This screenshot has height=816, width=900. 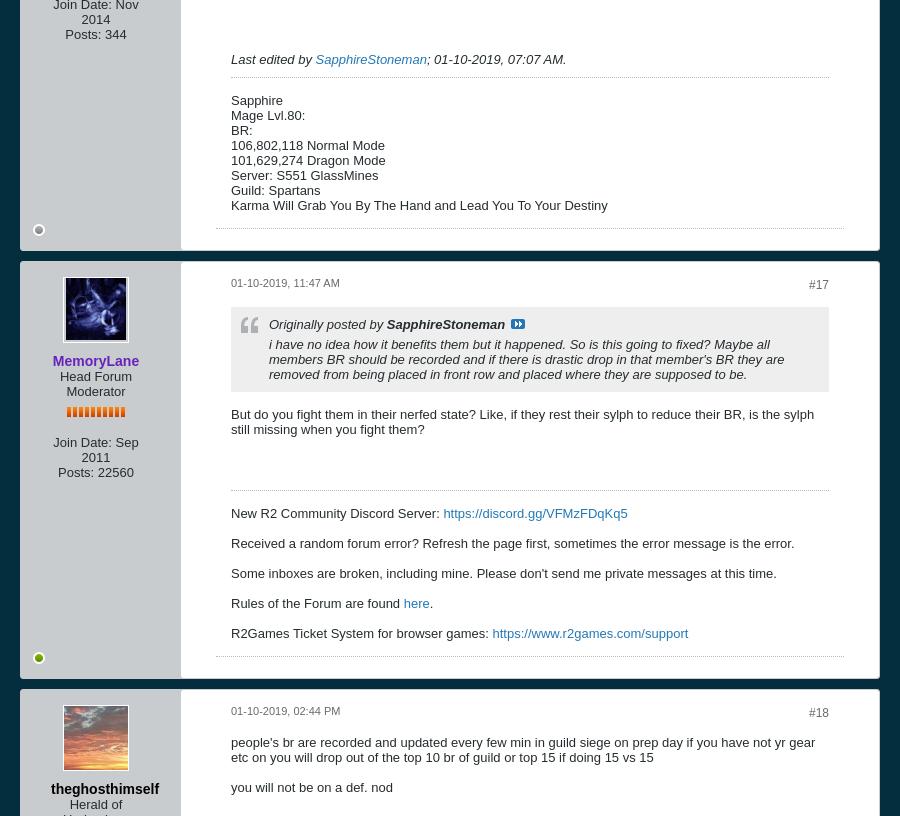 I want to click on 'Some inboxes are broken, including mine. Please don't send me private messages at this time.', so click(x=502, y=572).